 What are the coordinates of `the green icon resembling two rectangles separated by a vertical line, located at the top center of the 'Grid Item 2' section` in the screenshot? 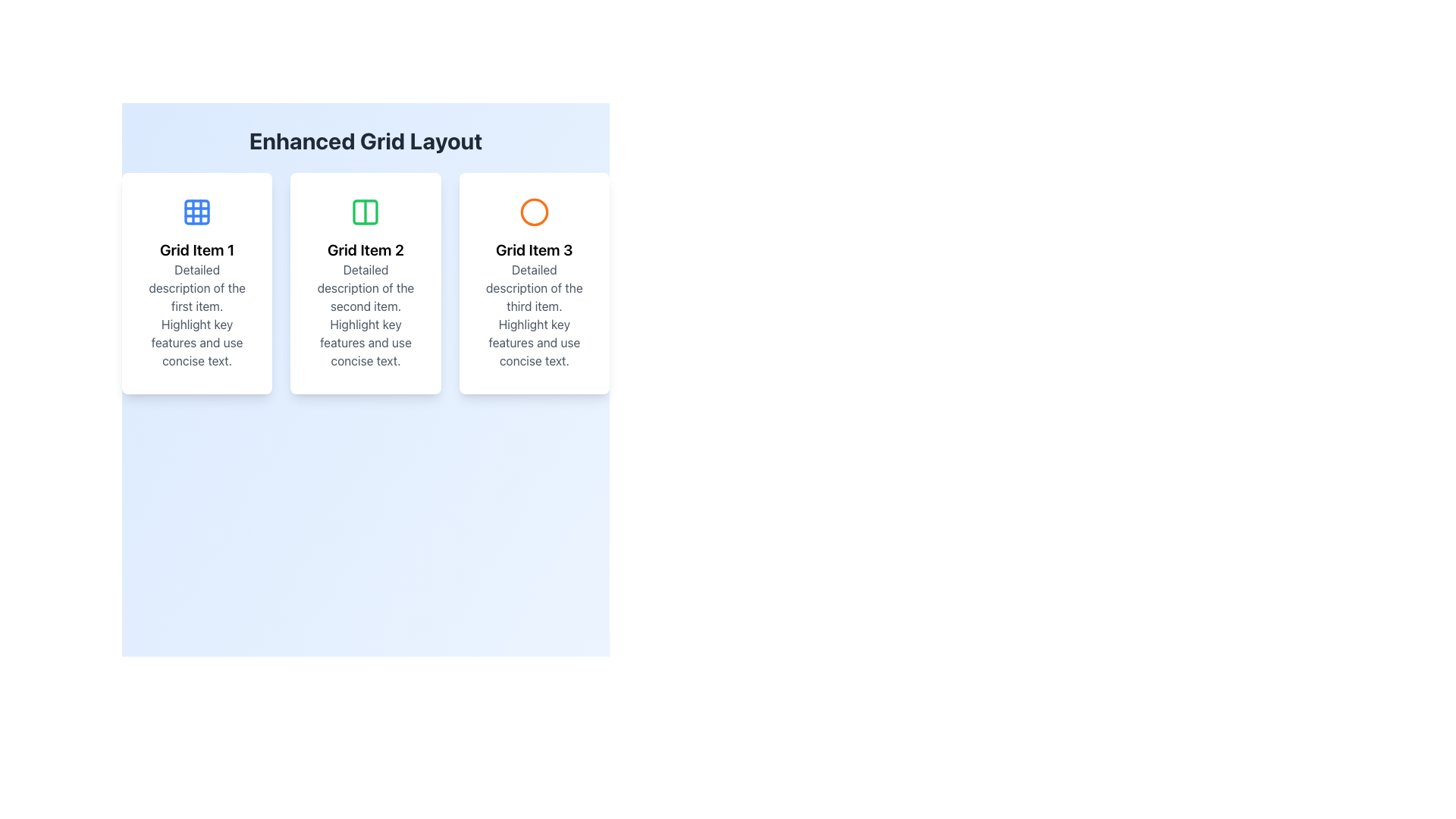 It's located at (366, 212).